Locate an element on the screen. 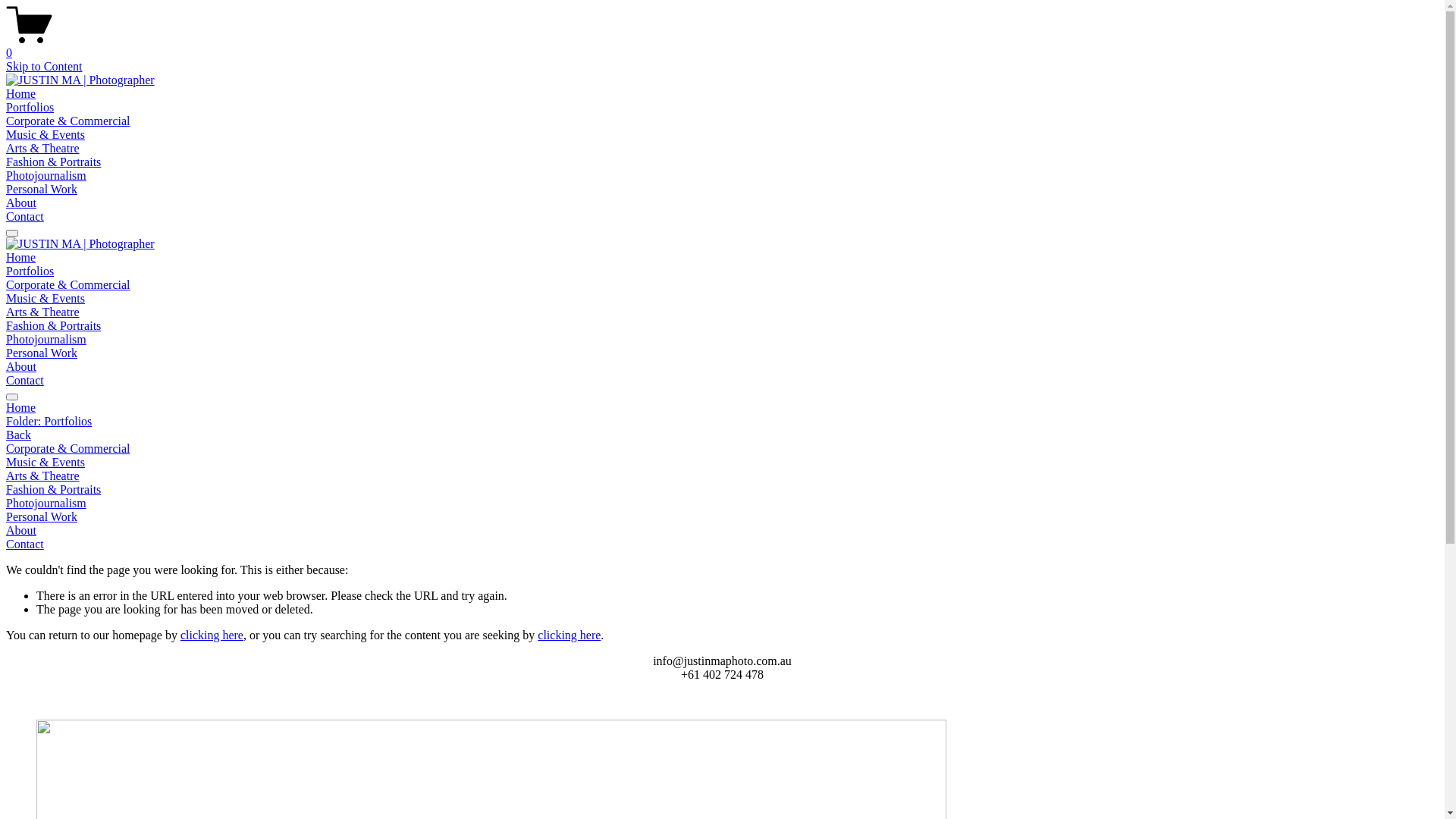  'Contact' is located at coordinates (25, 216).